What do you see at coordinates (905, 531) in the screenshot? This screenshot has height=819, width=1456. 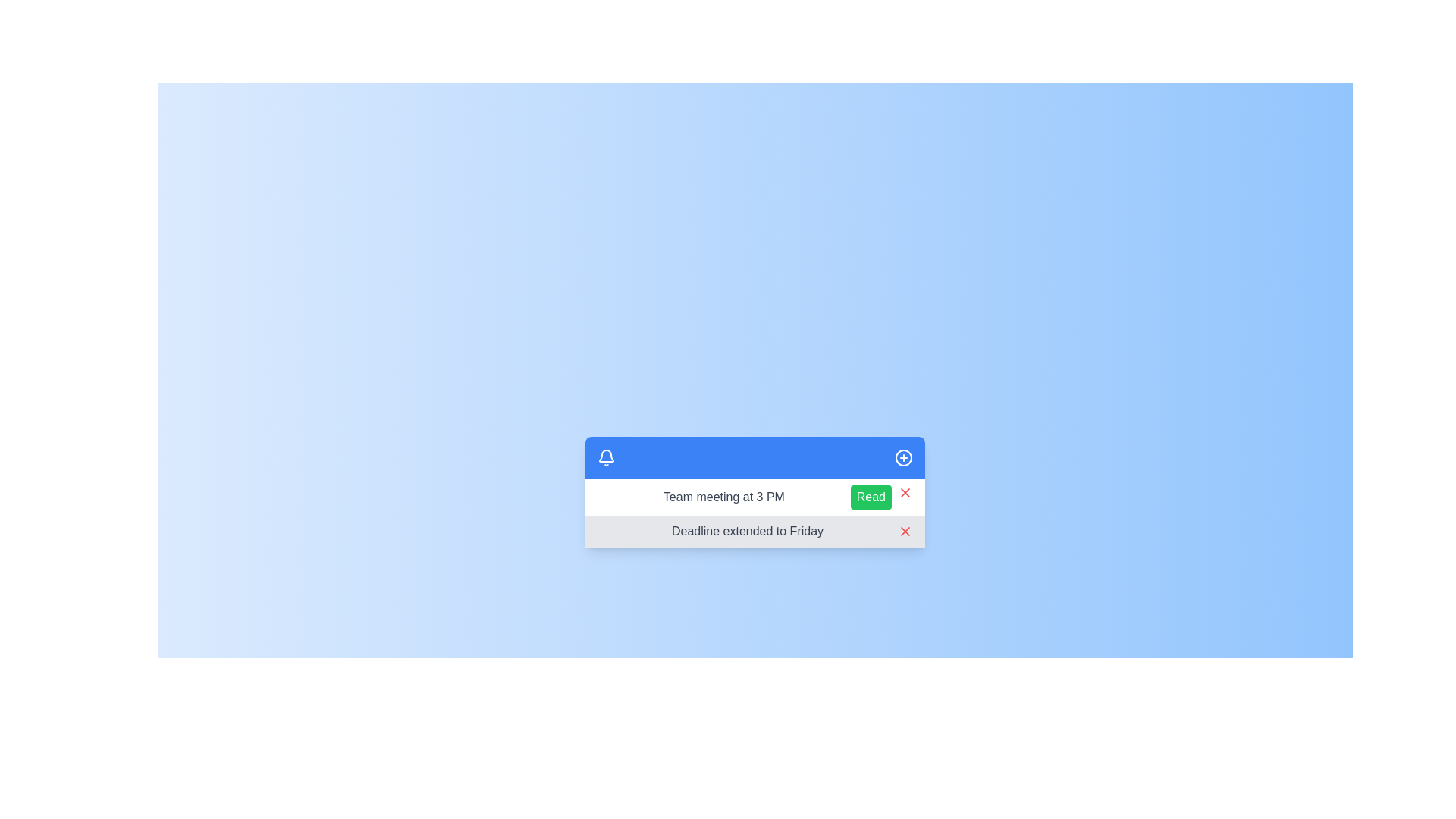 I see `the dismiss button (rightmost icon) in the notification bar` at bounding box center [905, 531].